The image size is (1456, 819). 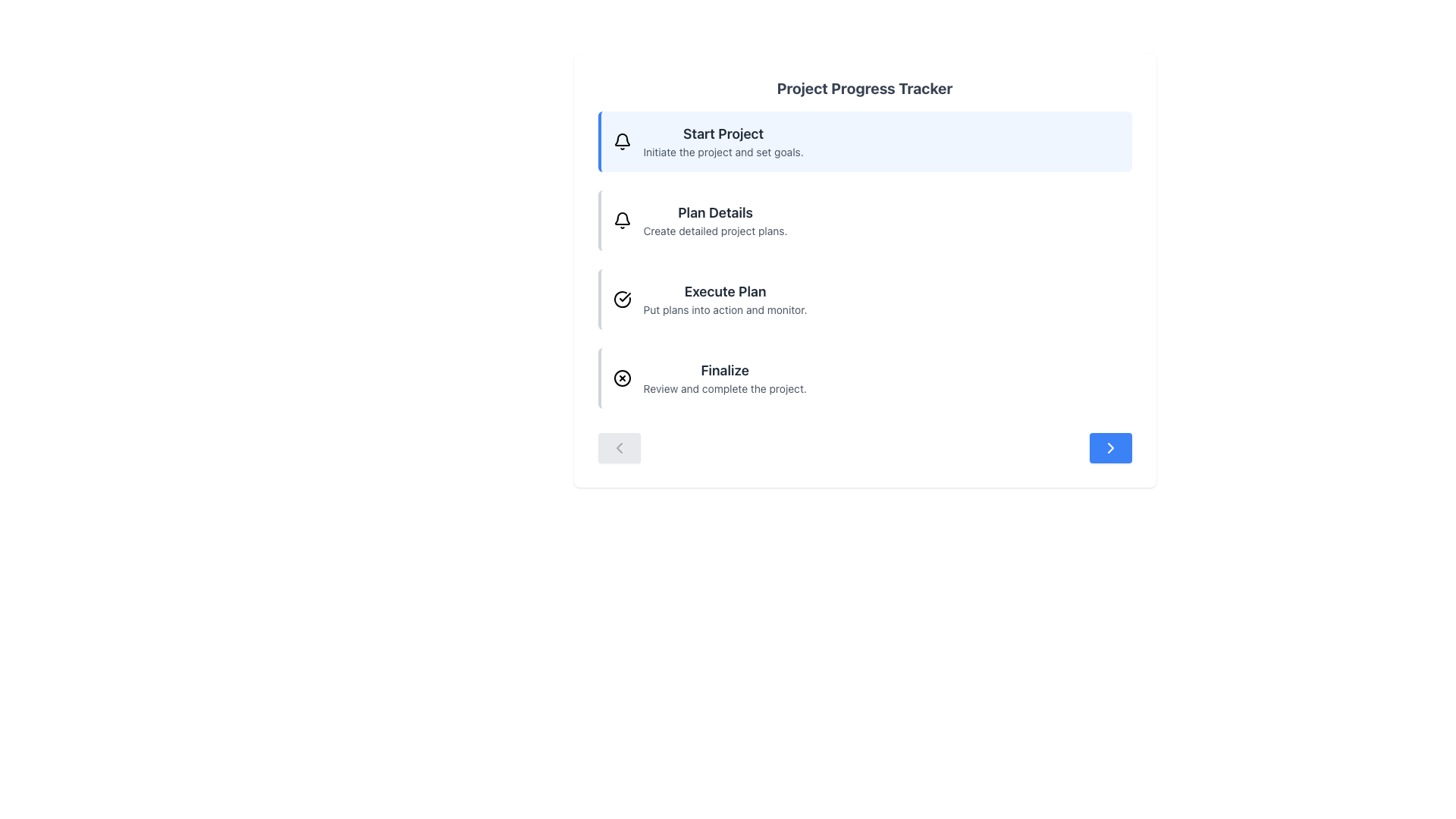 What do you see at coordinates (724, 371) in the screenshot?
I see `the Text Label that serves as the heading for the final step in a sequence of tasks, positioned above the description 'Review and complete the project.'` at bounding box center [724, 371].